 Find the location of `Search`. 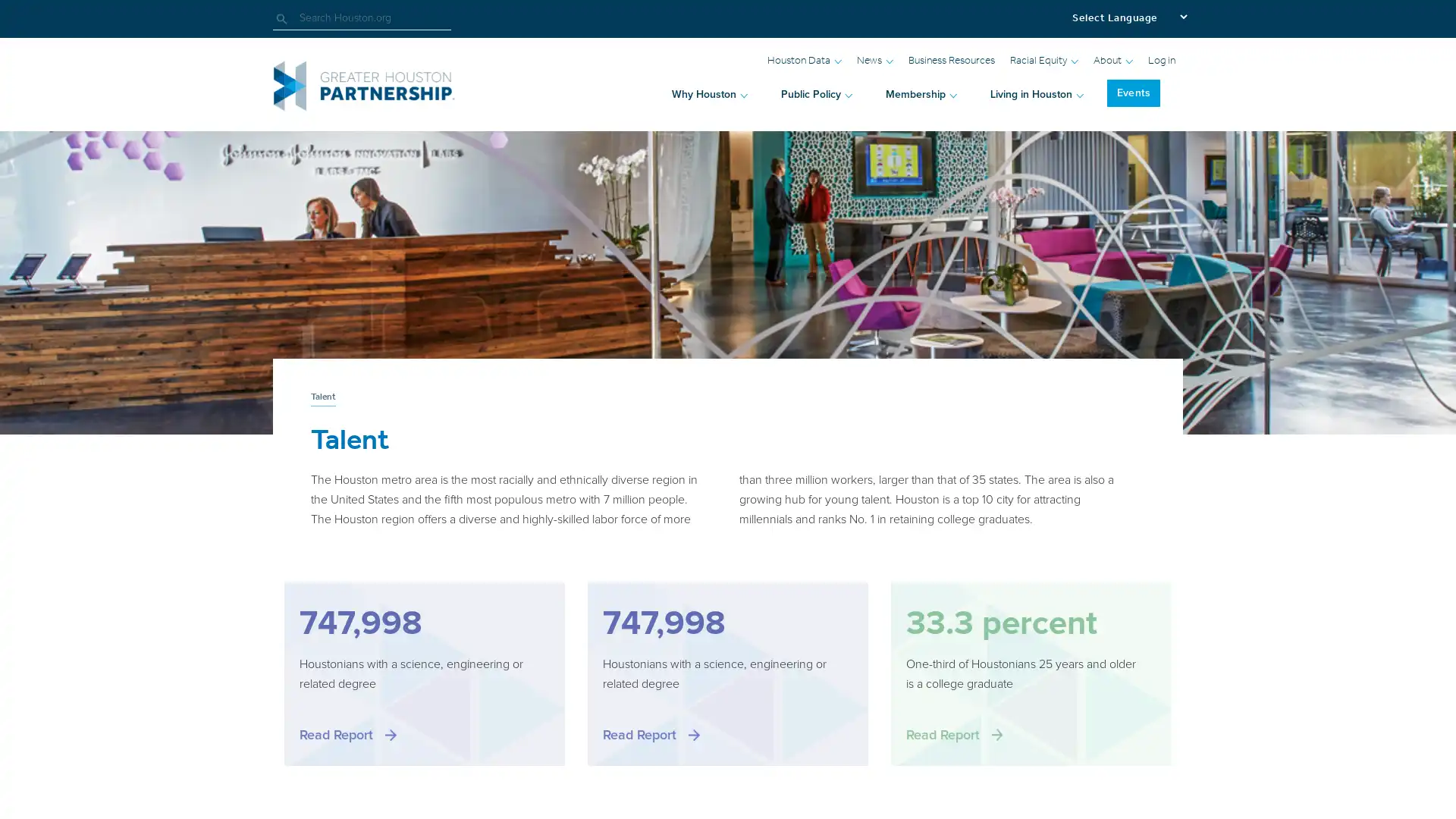

Search is located at coordinates (287, 18).